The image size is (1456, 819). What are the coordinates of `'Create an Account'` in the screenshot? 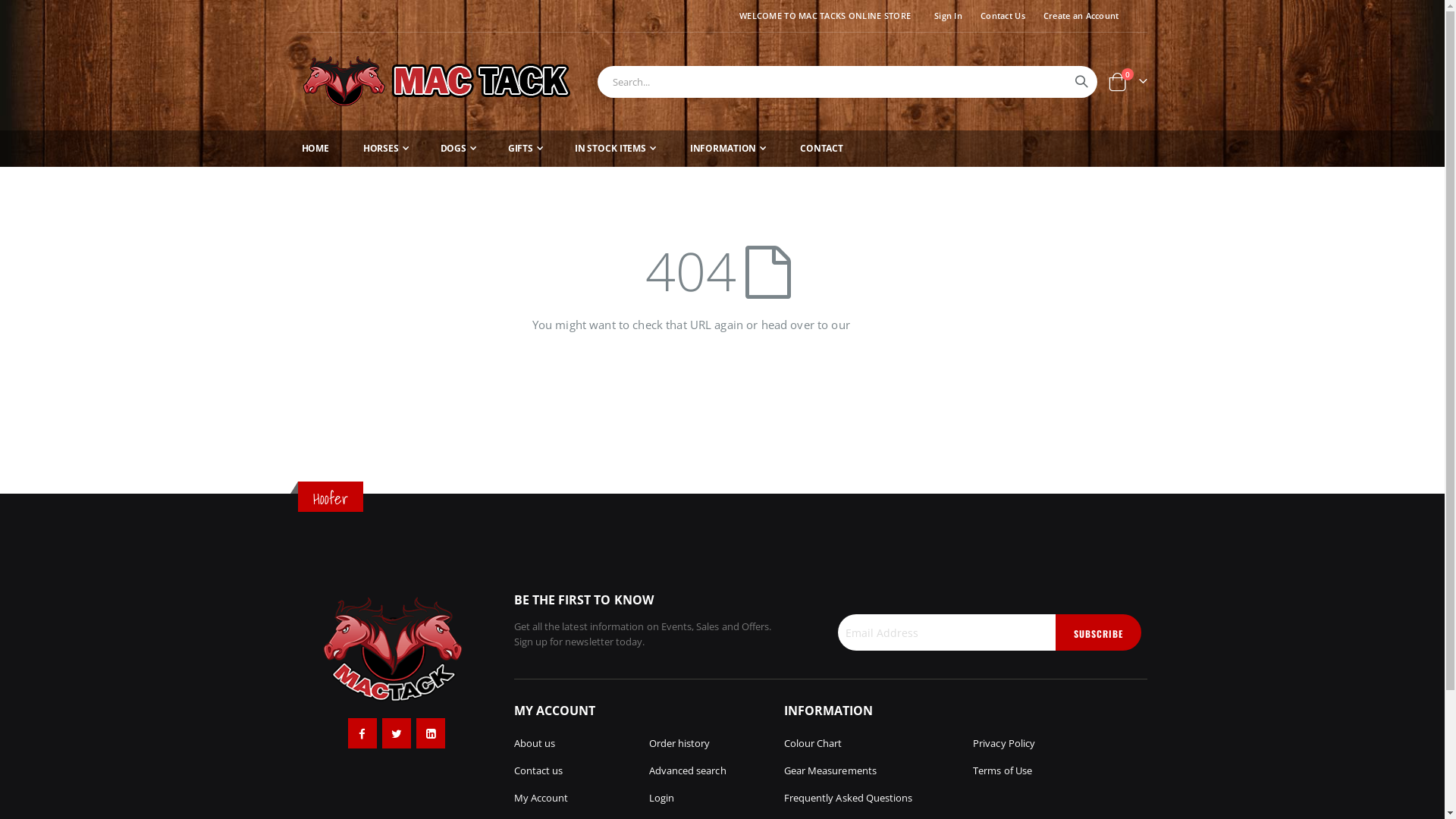 It's located at (1077, 15).